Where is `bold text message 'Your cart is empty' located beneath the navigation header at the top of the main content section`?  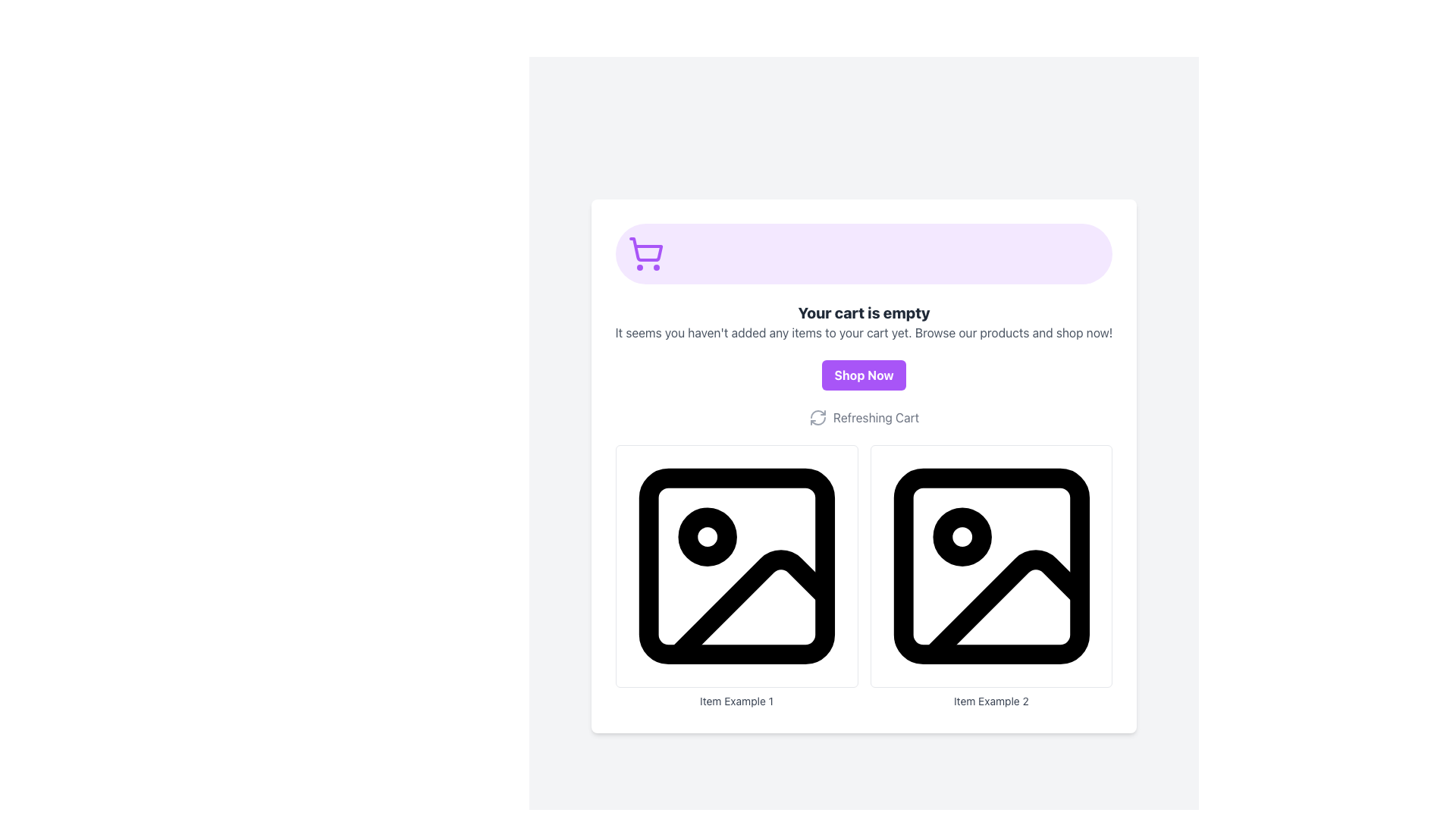 bold text message 'Your cart is empty' located beneath the navigation header at the top of the main content section is located at coordinates (864, 312).